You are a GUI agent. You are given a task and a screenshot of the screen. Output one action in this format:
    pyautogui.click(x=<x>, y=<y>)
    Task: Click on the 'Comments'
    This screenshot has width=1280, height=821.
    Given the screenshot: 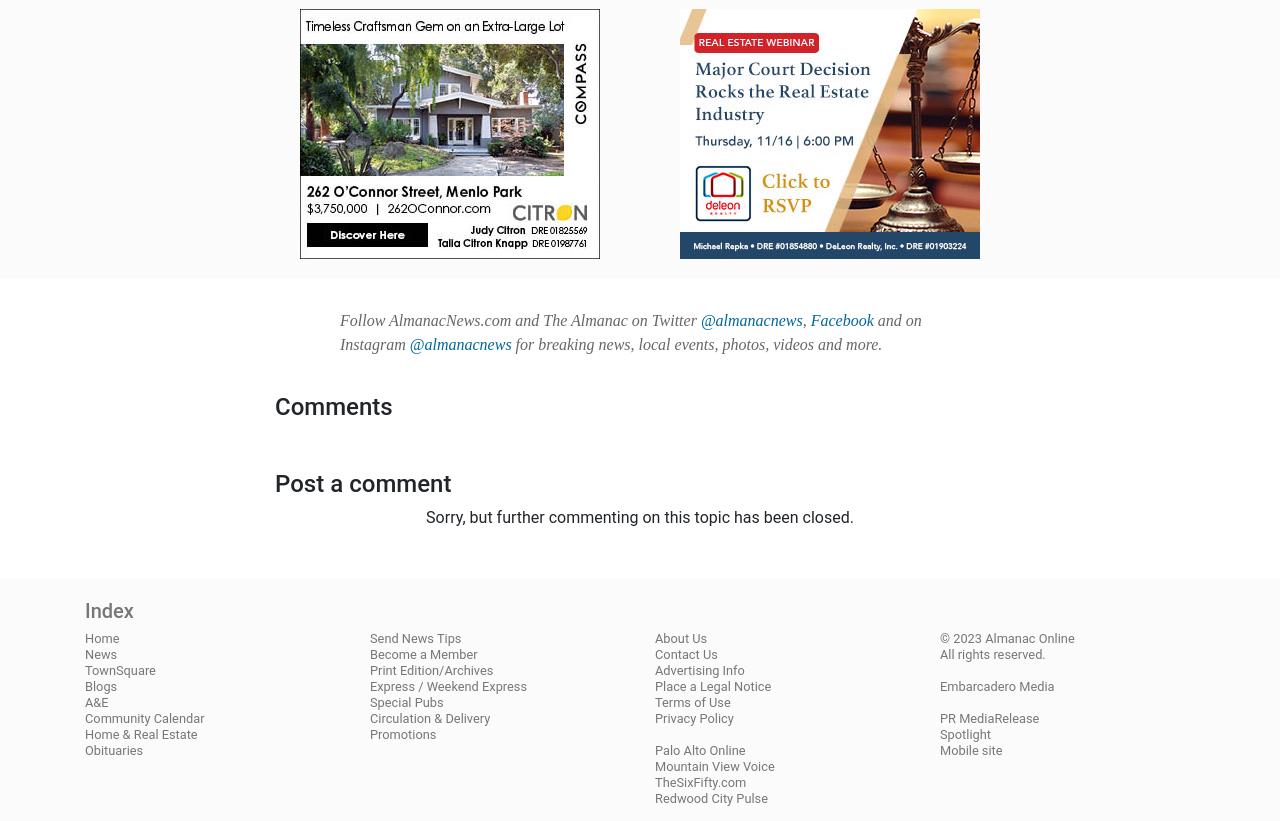 What is the action you would take?
    pyautogui.click(x=333, y=405)
    